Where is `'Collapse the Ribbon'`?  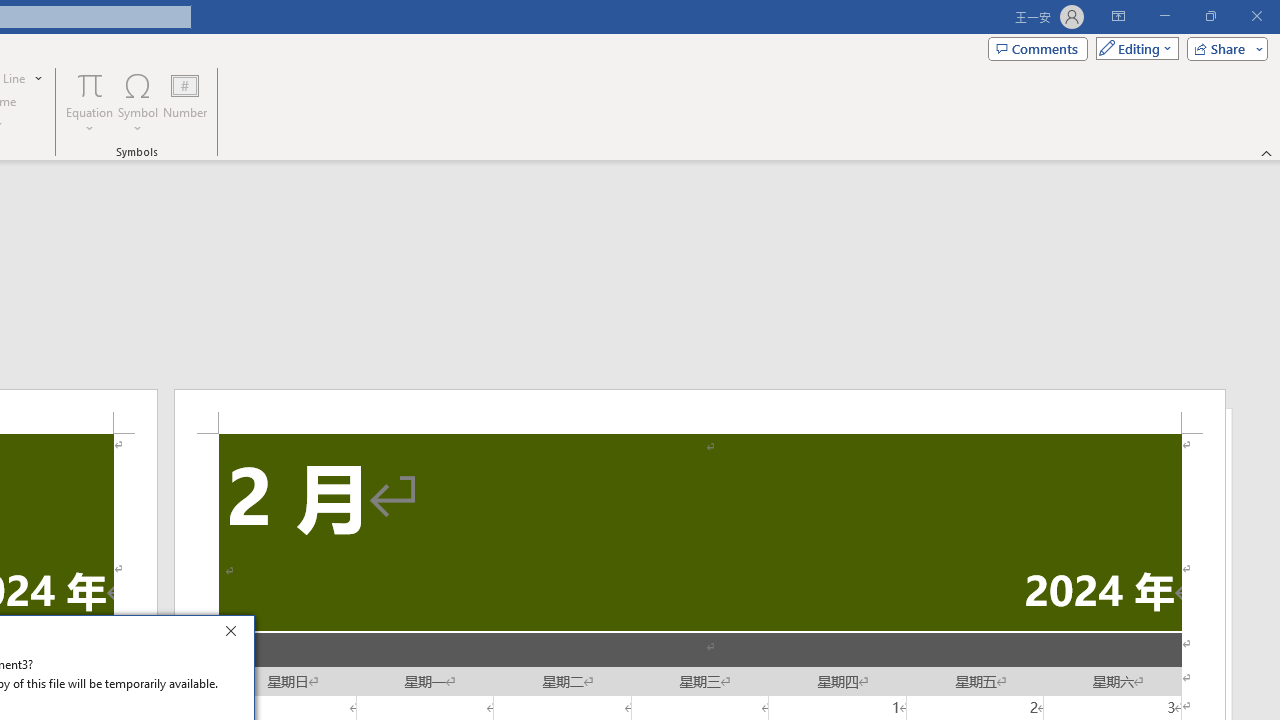
'Collapse the Ribbon' is located at coordinates (1266, 152).